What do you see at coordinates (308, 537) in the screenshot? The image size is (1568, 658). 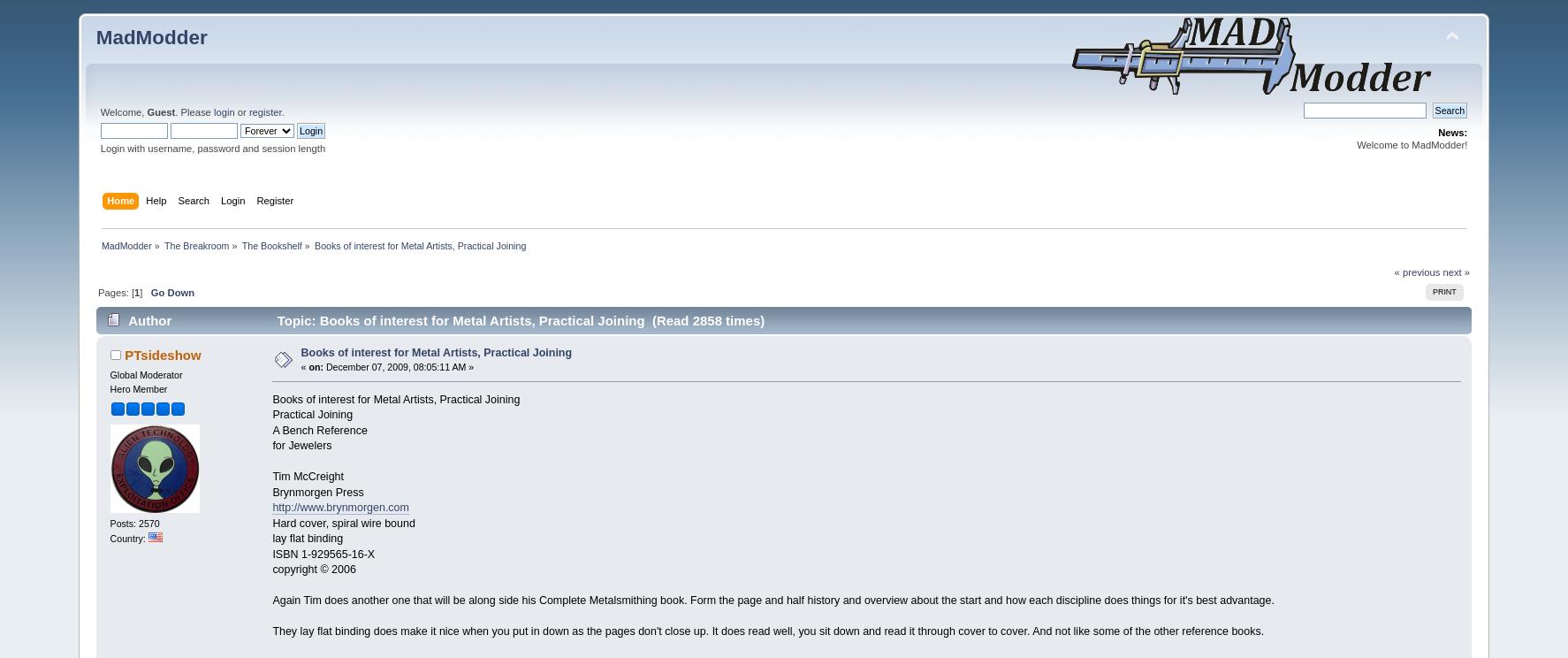 I see `'lay flat binding'` at bounding box center [308, 537].